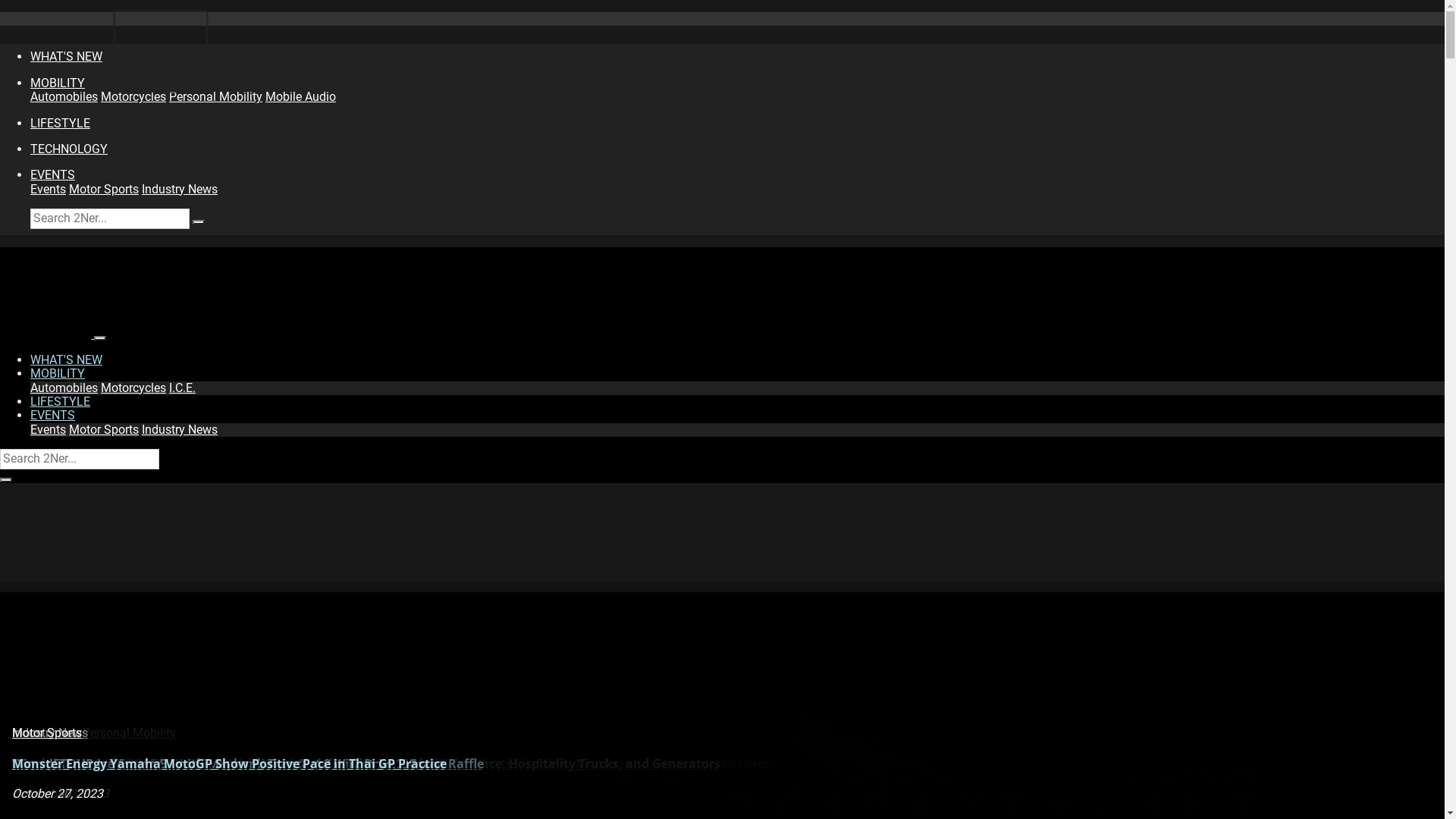 This screenshot has height=819, width=1456. I want to click on 'Motor Sports', so click(47, 732).